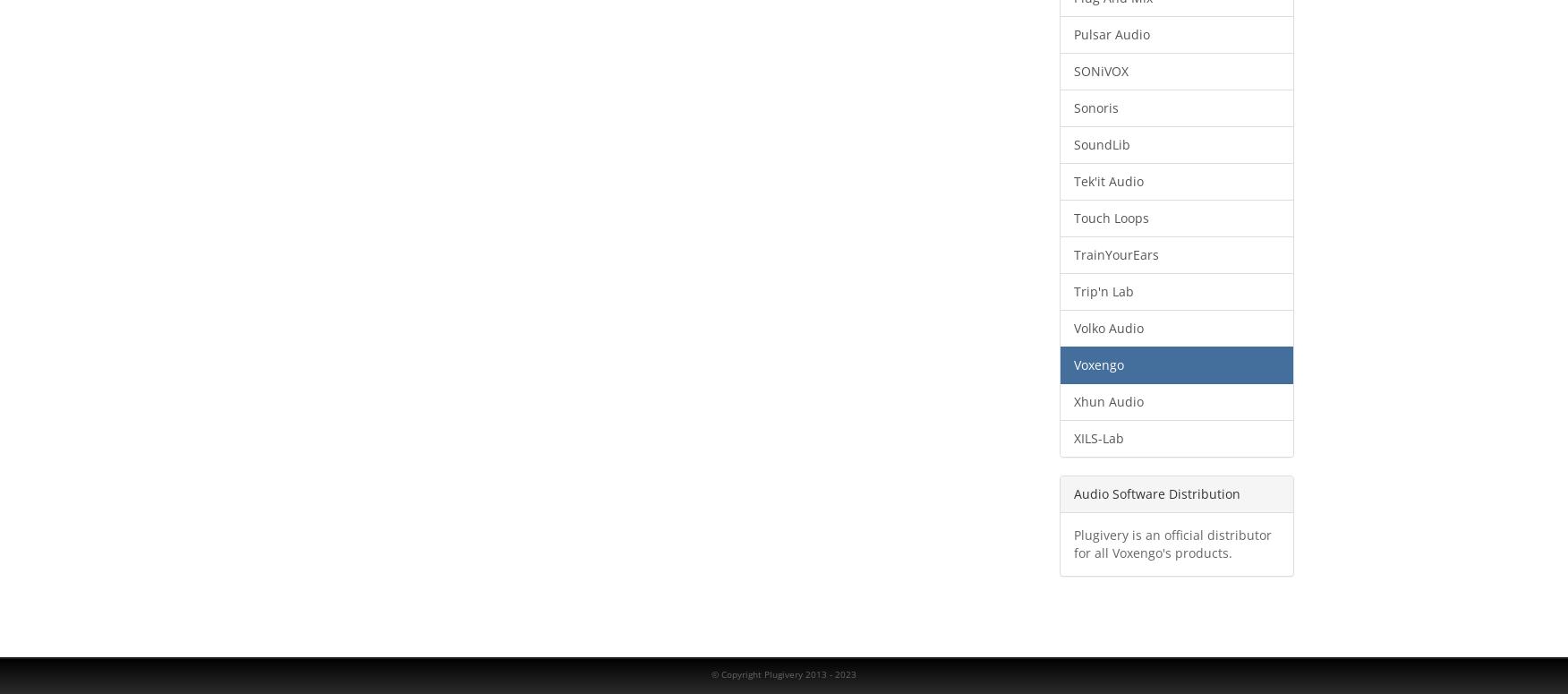  Describe the element at coordinates (1097, 437) in the screenshot. I see `'XILS-Lab'` at that location.